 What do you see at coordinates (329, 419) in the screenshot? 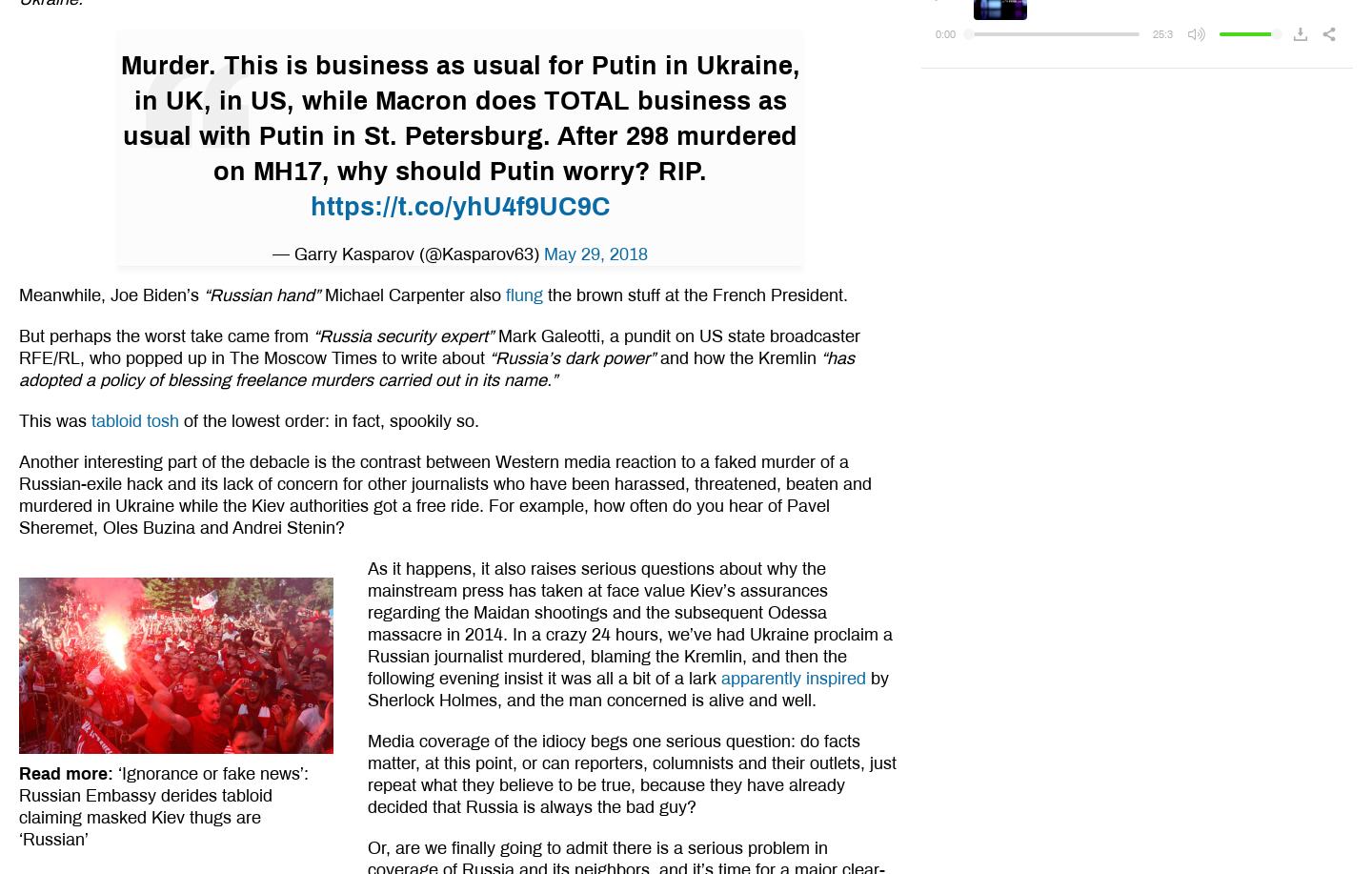
I see `'of the lowest order: in fact, spookily so.'` at bounding box center [329, 419].